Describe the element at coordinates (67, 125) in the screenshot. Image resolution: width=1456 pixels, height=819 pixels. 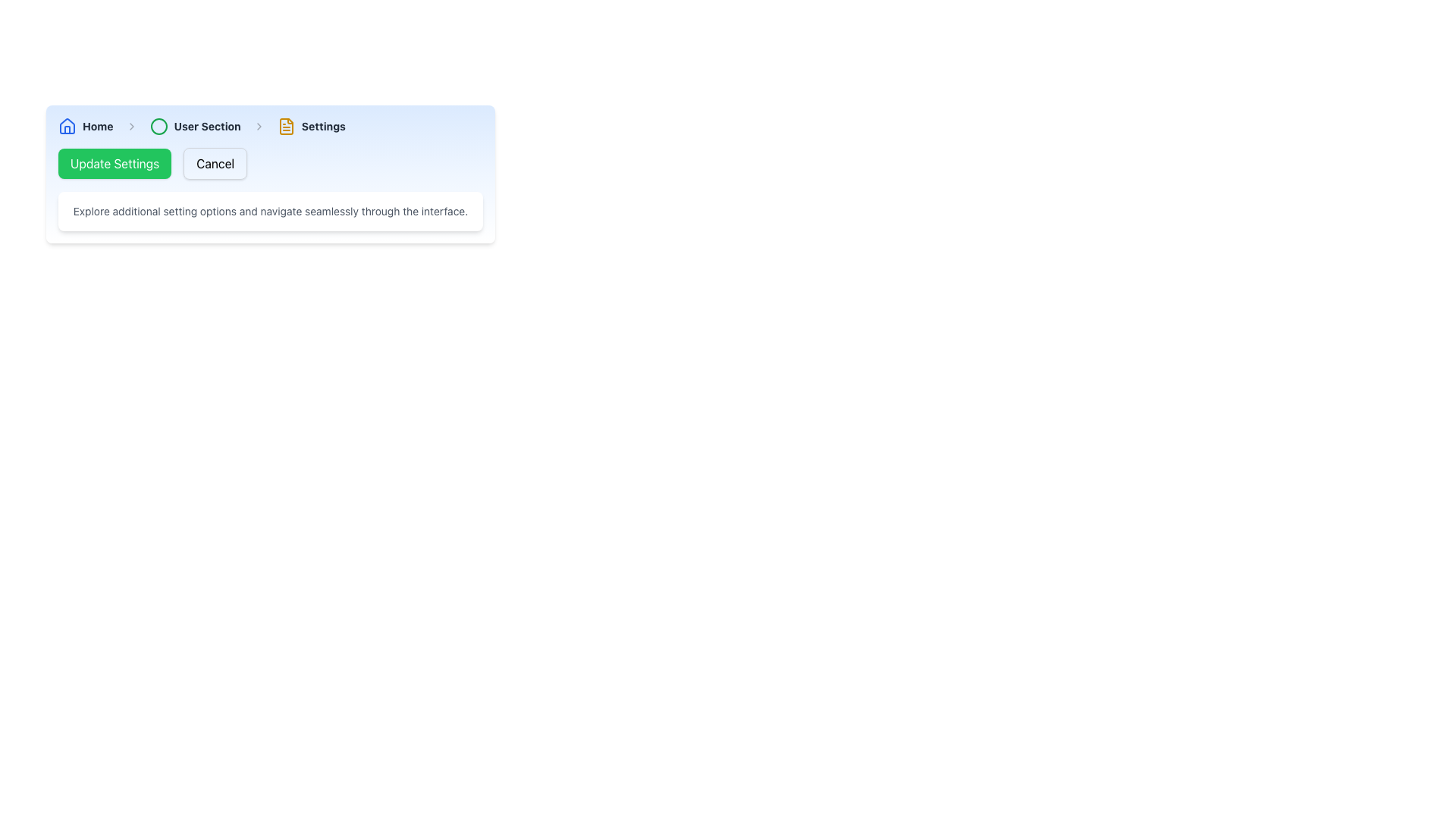
I see `the 'Home' icon located at the beginning of the breadcrumb navigation bar, to the left of the 'Home' text label` at that location.